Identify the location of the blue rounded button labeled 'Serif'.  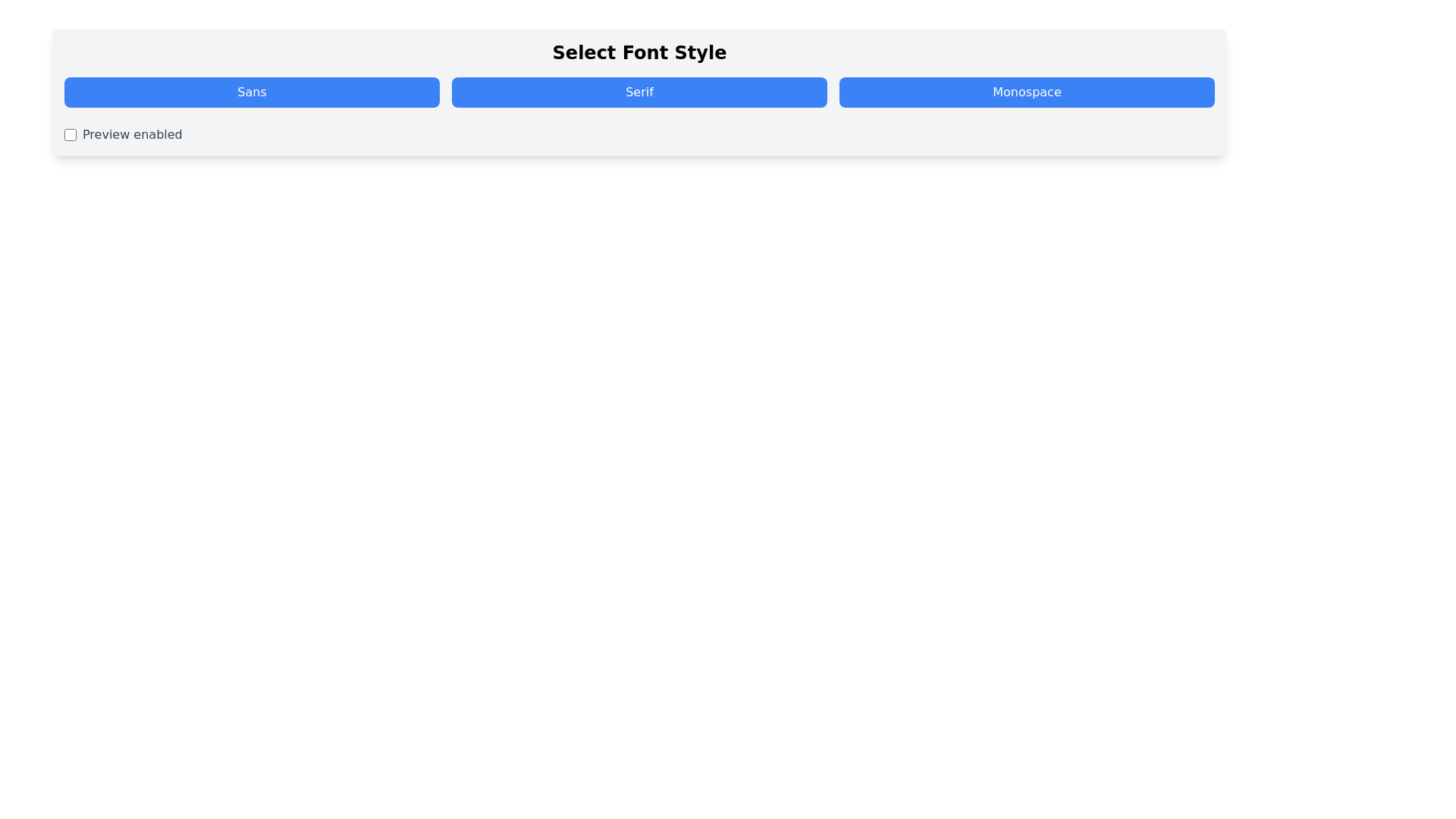
(639, 93).